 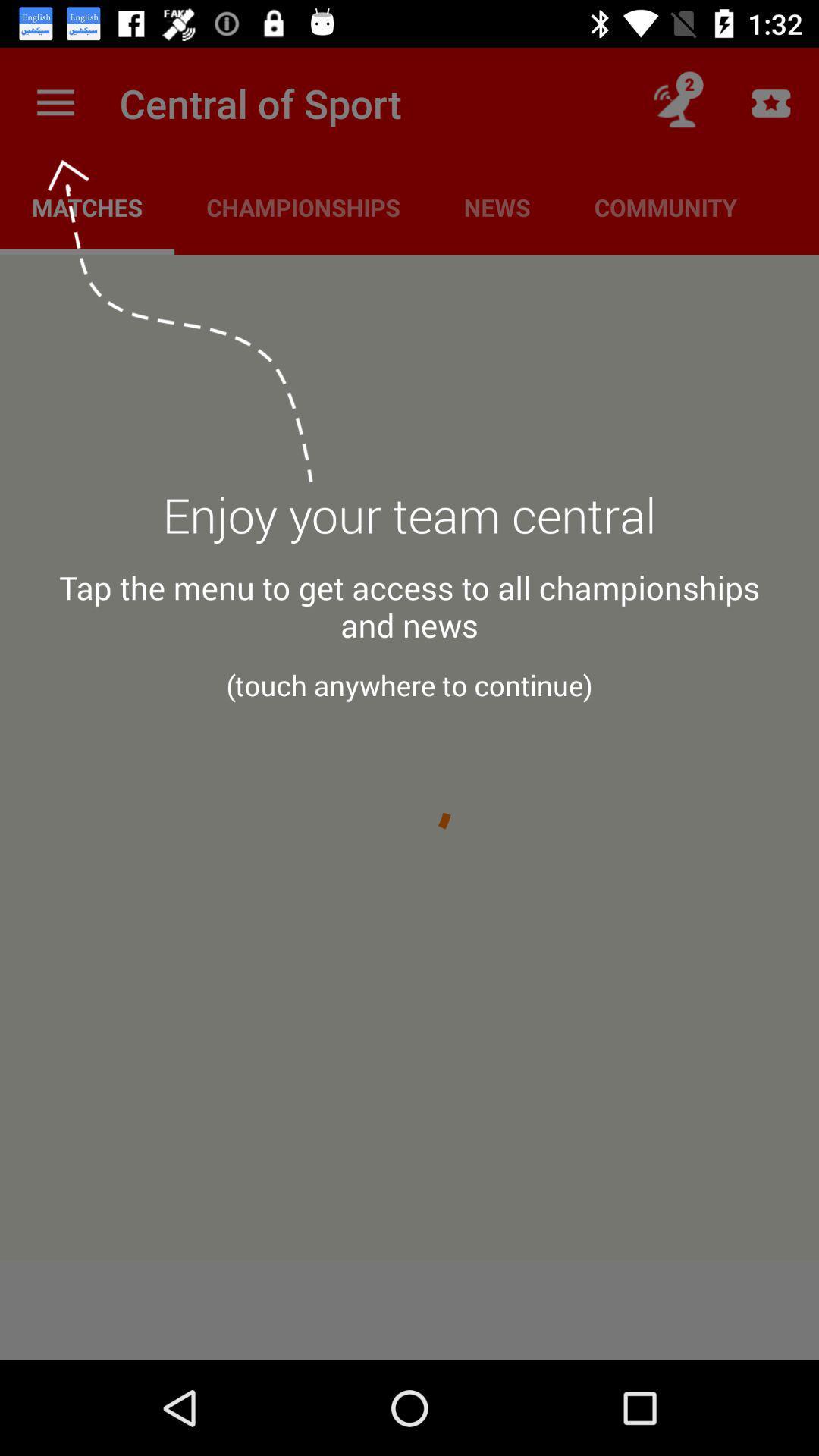 I want to click on the app above the tap the menu app, so click(x=409, y=524).